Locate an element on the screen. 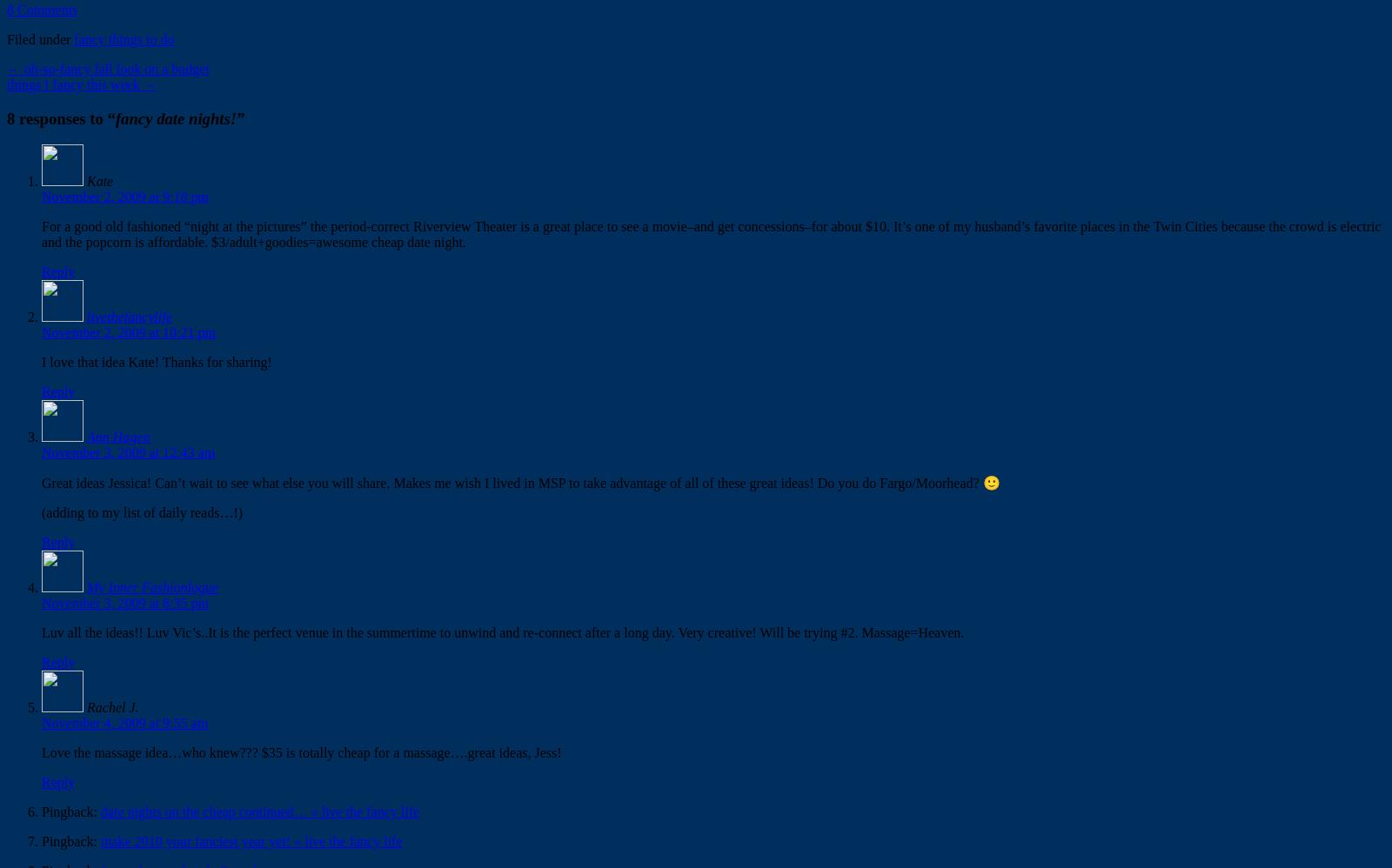  'date nights on the cheap continued… « live the fancy life' is located at coordinates (260, 811).